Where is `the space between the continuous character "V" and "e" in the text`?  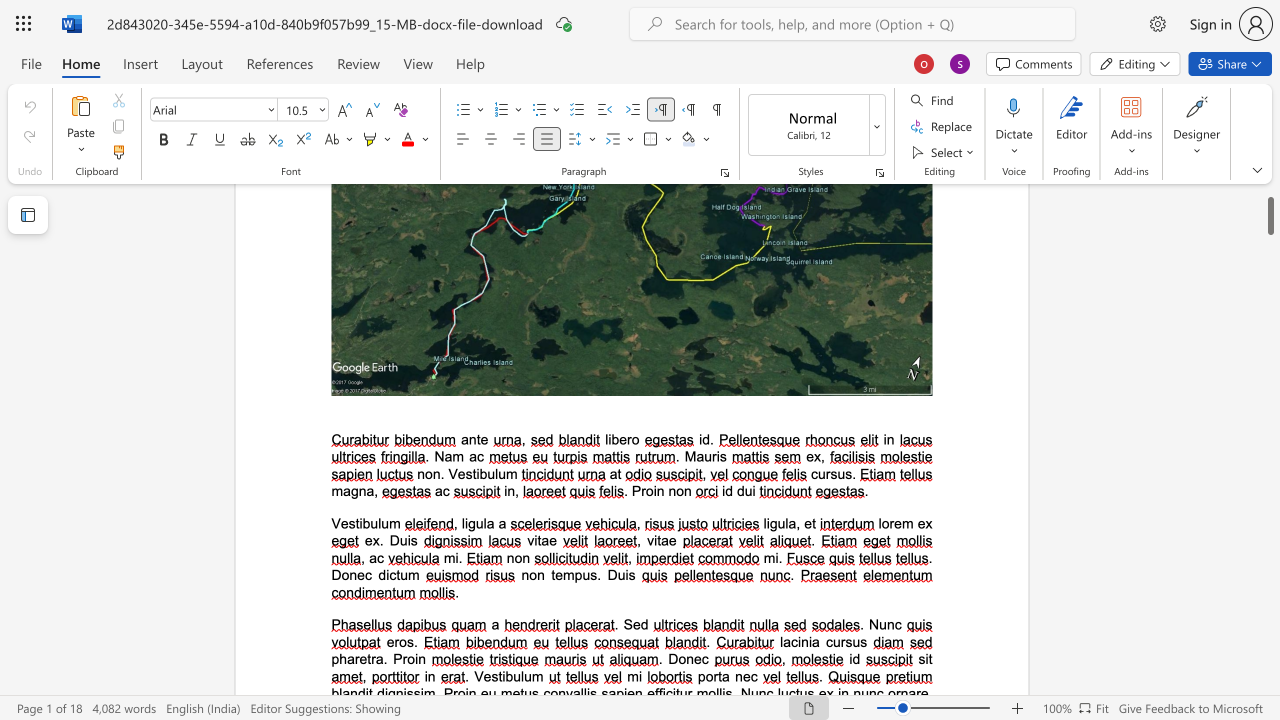
the space between the continuous character "V" and "e" in the text is located at coordinates (483, 675).